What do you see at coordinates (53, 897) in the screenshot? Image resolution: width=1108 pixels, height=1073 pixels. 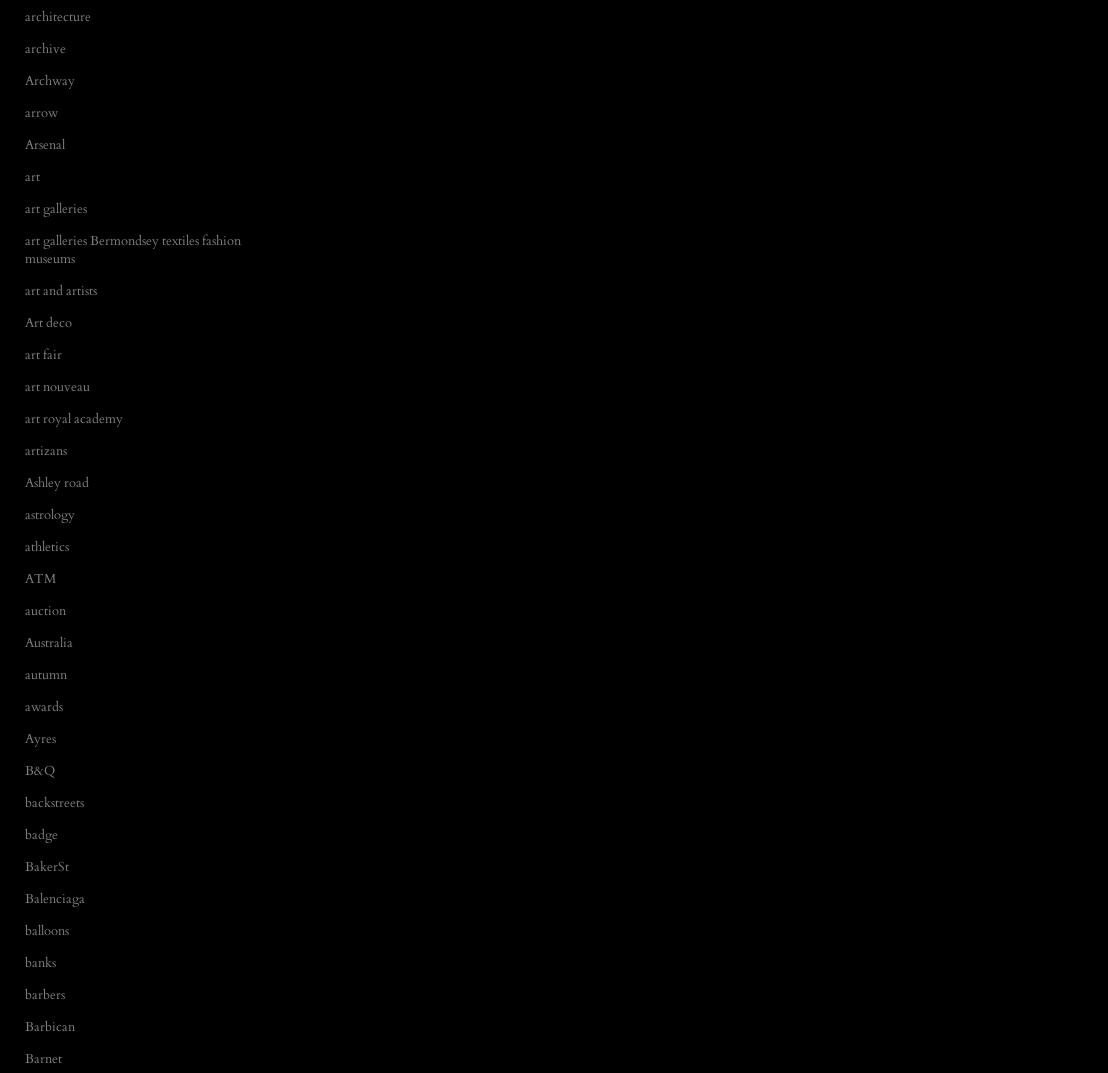 I see `'Balenciaga'` at bounding box center [53, 897].